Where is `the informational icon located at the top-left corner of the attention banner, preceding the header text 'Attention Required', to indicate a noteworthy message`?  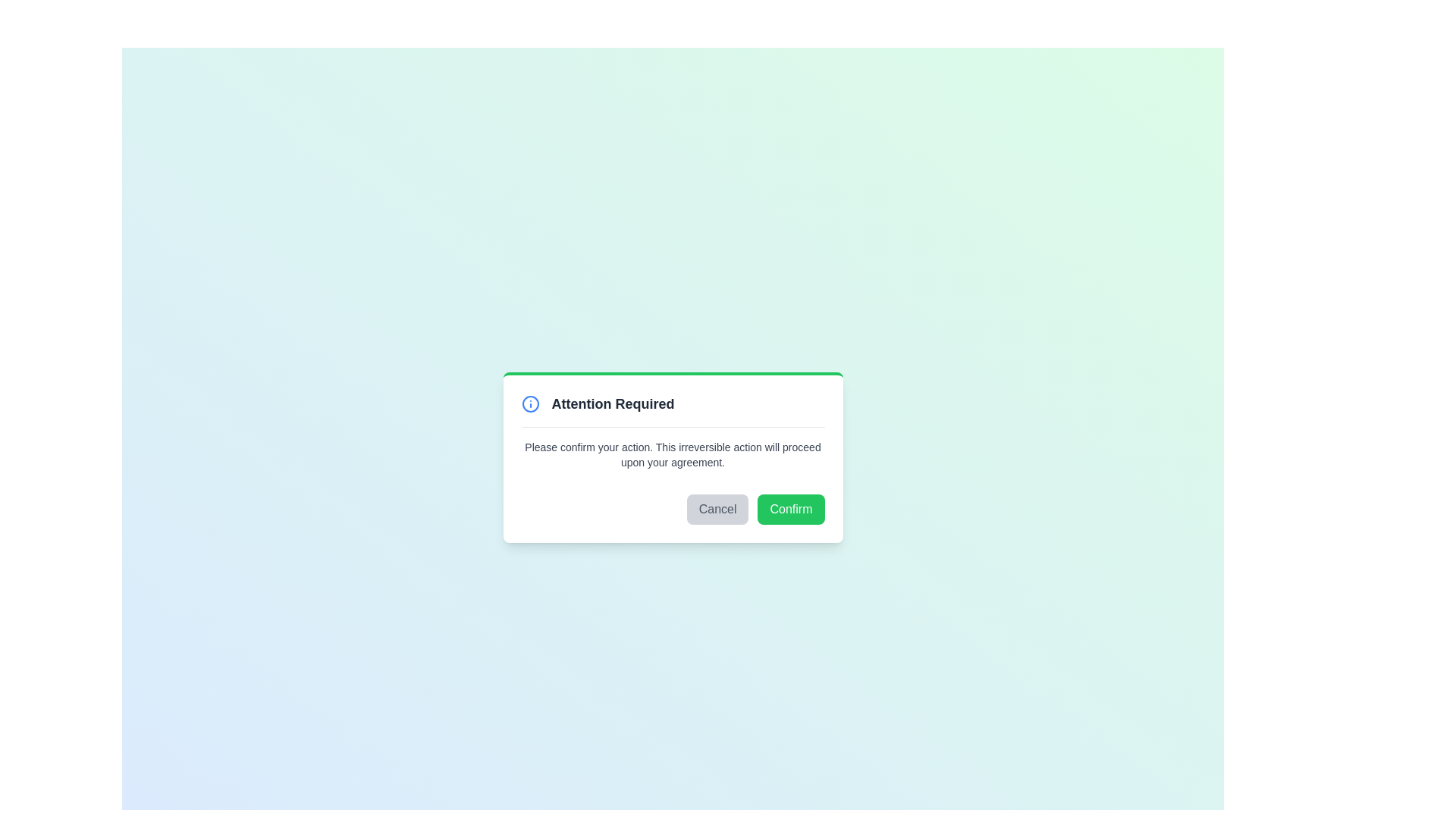
the informational icon located at the top-left corner of the attention banner, preceding the header text 'Attention Required', to indicate a noteworthy message is located at coordinates (530, 403).